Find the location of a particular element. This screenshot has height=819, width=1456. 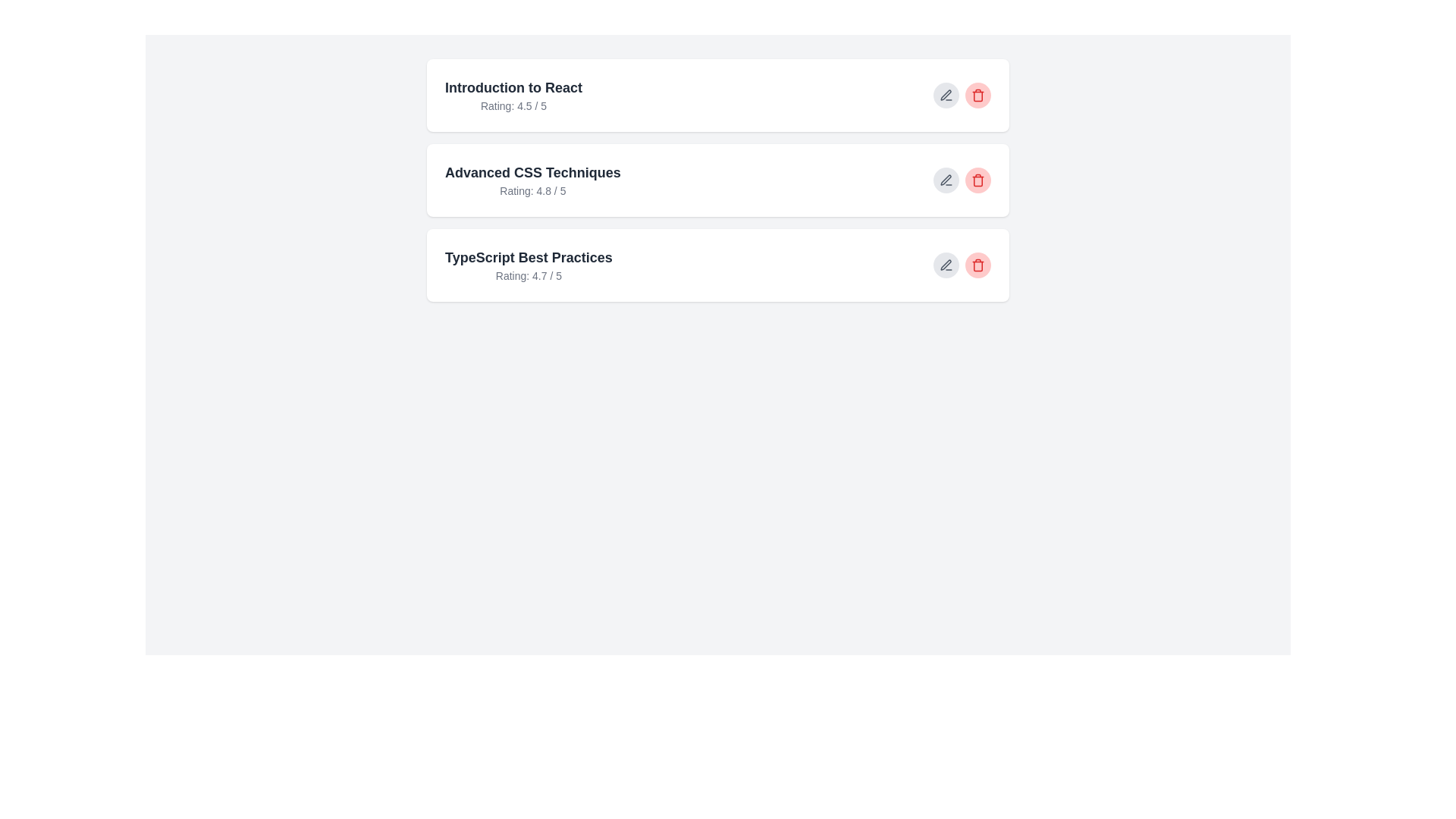

the gray pen icon button located to the right of 'TypeScript Best Practices' to initiate editing is located at coordinates (946, 265).